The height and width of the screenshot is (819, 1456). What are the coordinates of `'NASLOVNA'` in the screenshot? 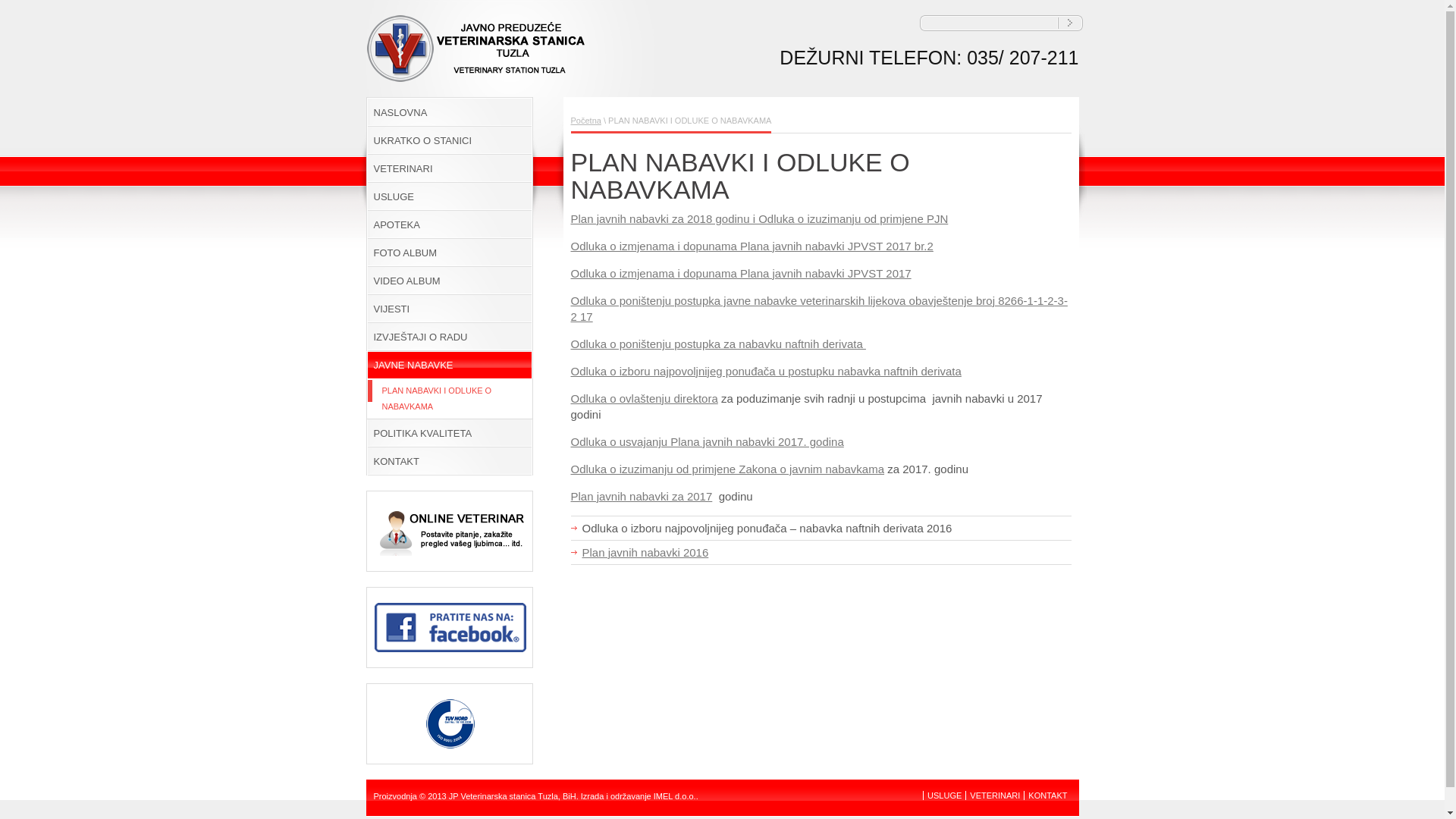 It's located at (447, 111).